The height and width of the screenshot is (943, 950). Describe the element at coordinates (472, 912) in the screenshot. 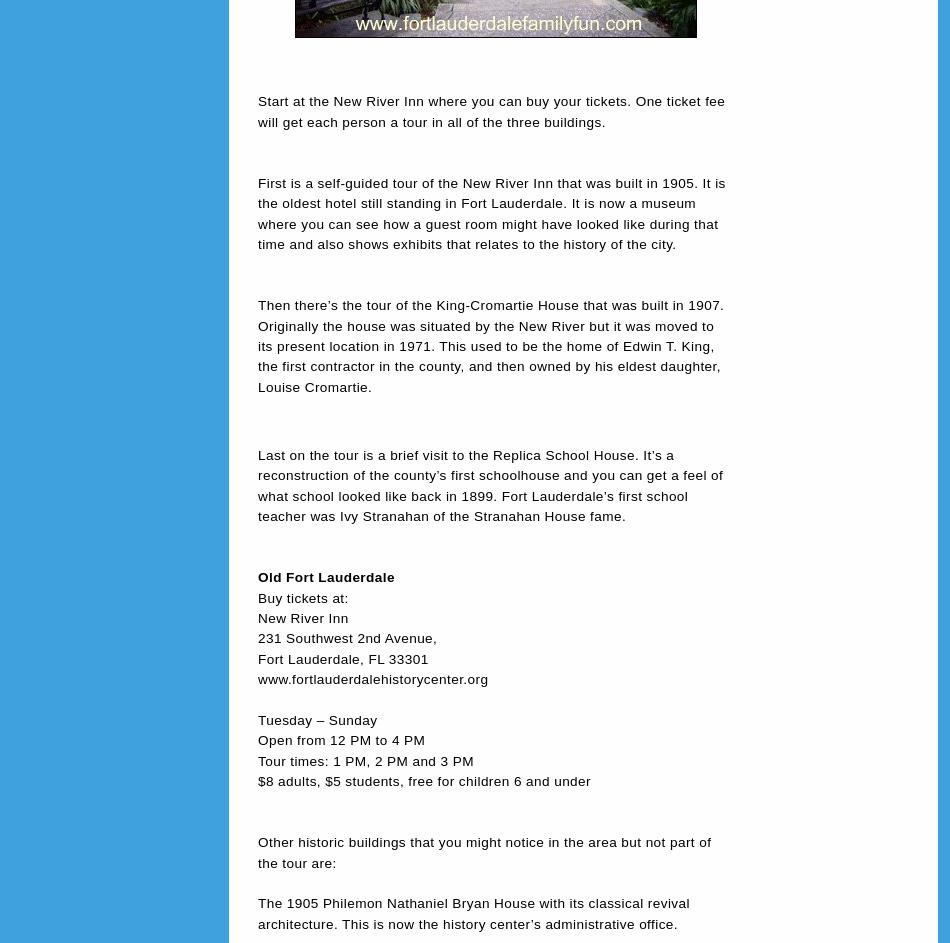

I see `'The 1905 Philemon Nathaniel Bryan House with its classical revival architecture. This is now the history center’s administrative office.'` at that location.